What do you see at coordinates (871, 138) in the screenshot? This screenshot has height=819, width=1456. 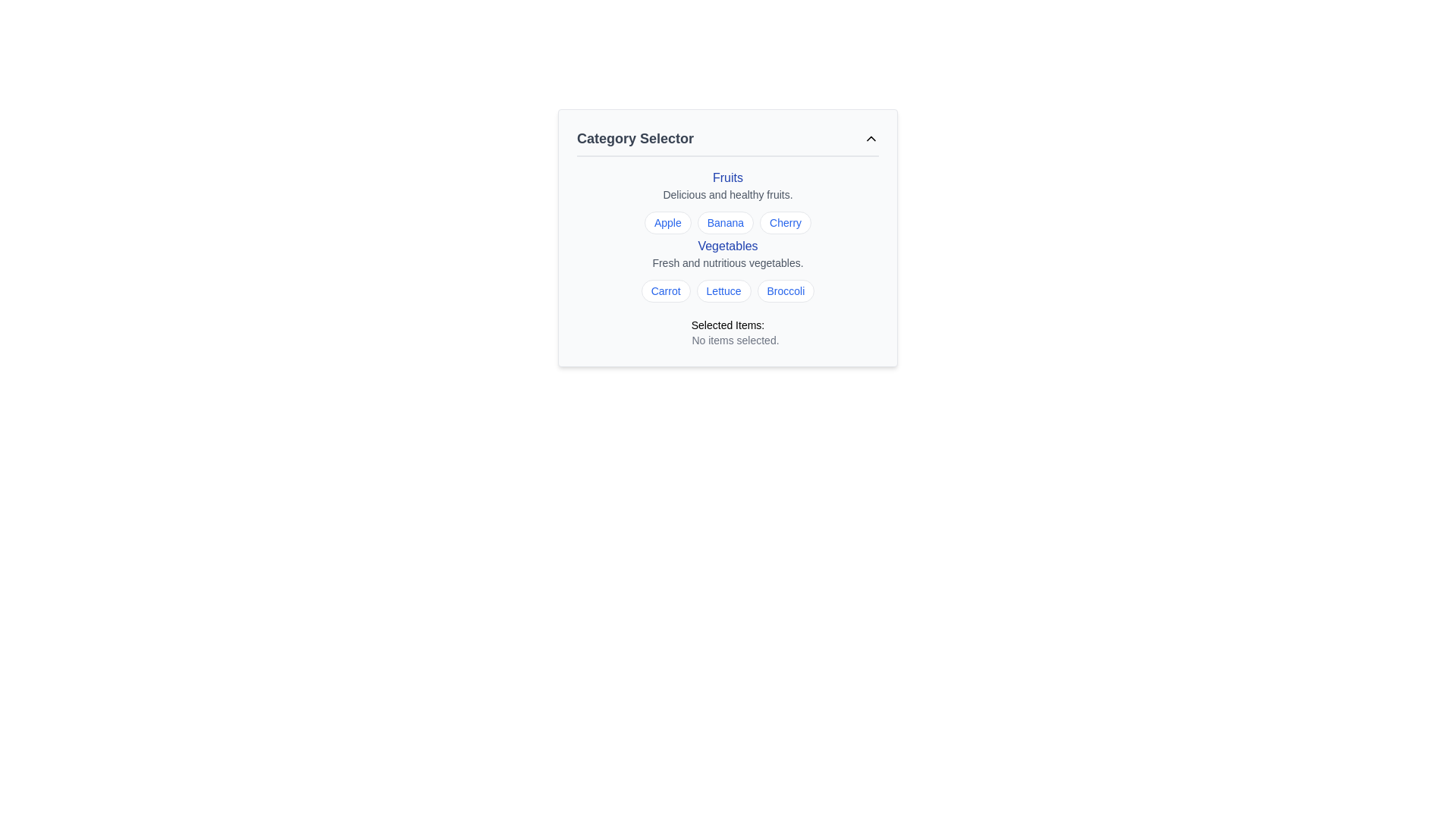 I see `the upward-pointing chevron icon located in the top-right corner of the 'Category Selector' header` at bounding box center [871, 138].